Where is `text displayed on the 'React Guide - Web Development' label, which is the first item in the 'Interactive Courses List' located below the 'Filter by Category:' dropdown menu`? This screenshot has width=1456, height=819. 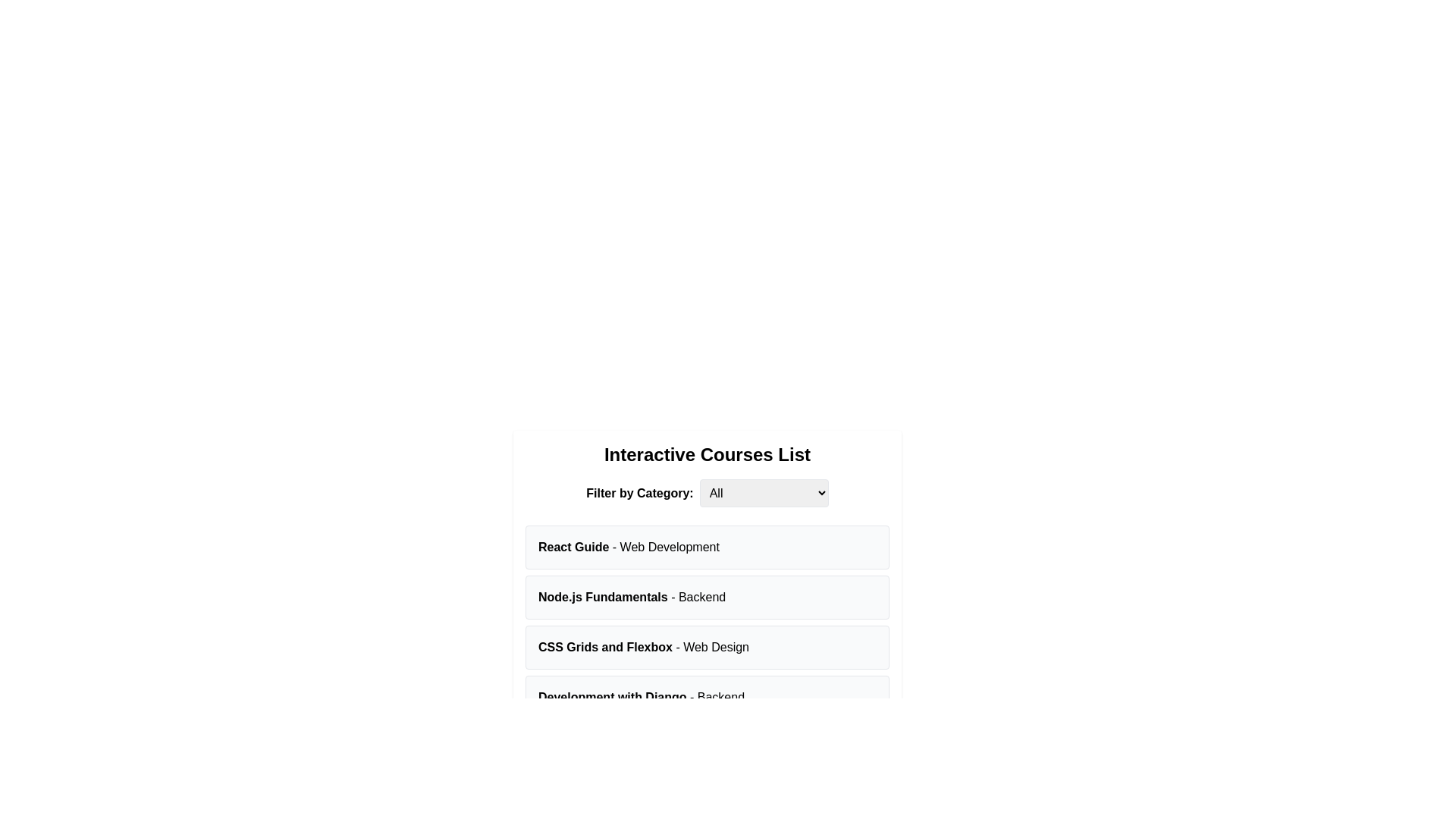 text displayed on the 'React Guide - Web Development' label, which is the first item in the 'Interactive Courses List' located below the 'Filter by Category:' dropdown menu is located at coordinates (629, 547).